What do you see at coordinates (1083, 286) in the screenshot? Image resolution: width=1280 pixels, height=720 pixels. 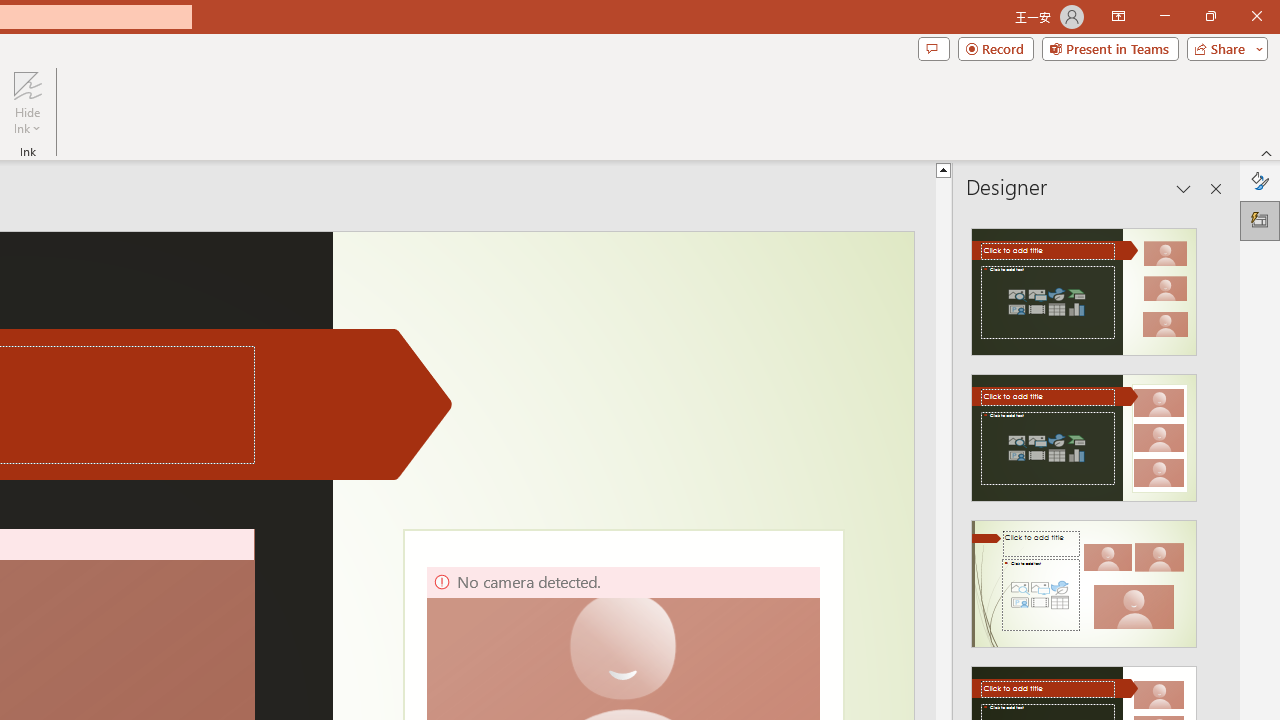 I see `'Recommended Design: Design Idea'` at bounding box center [1083, 286].